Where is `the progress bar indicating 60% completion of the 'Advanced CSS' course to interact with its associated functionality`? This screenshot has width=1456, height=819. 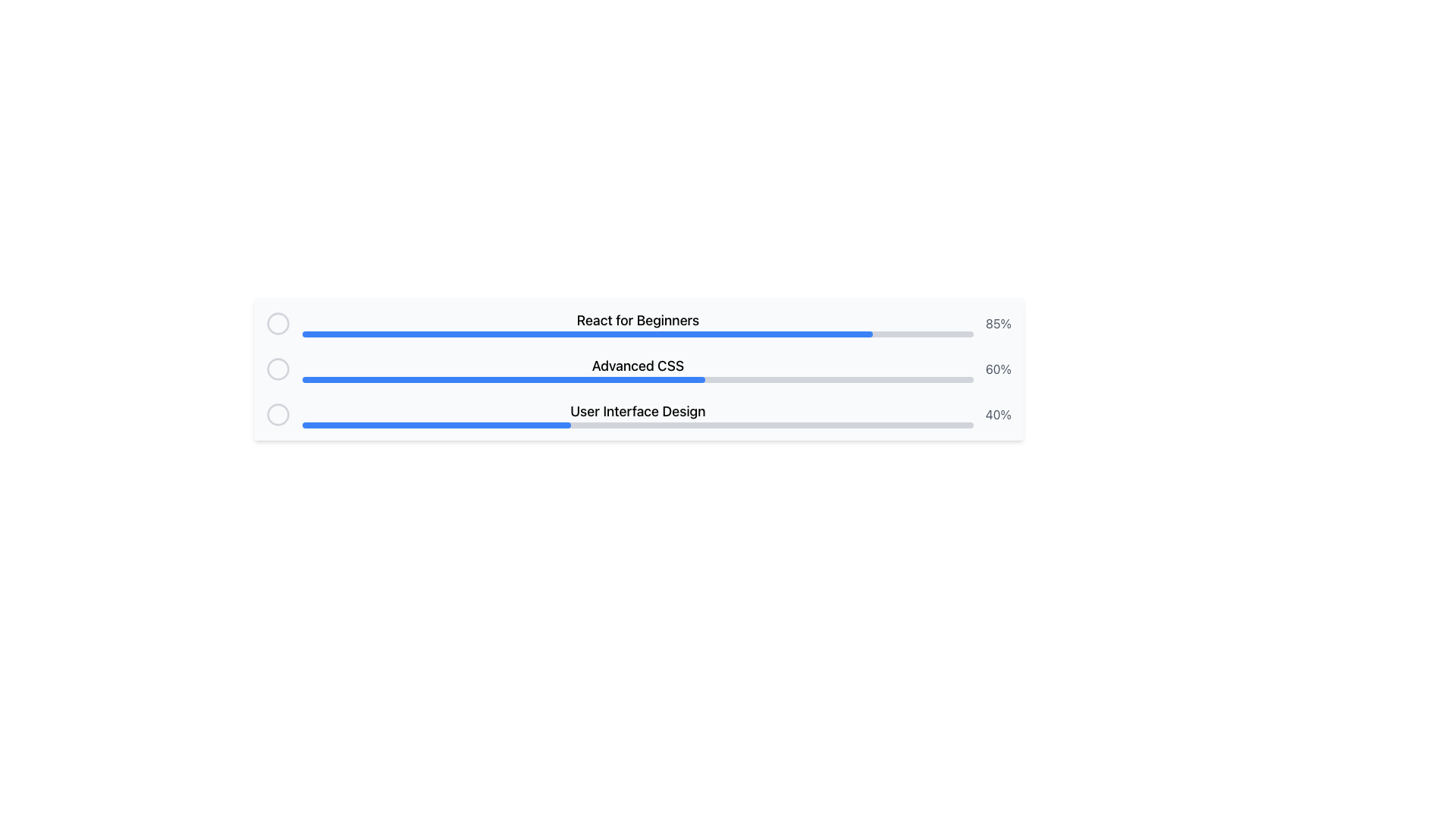
the progress bar indicating 60% completion of the 'Advanced CSS' course to interact with its associated functionality is located at coordinates (639, 369).